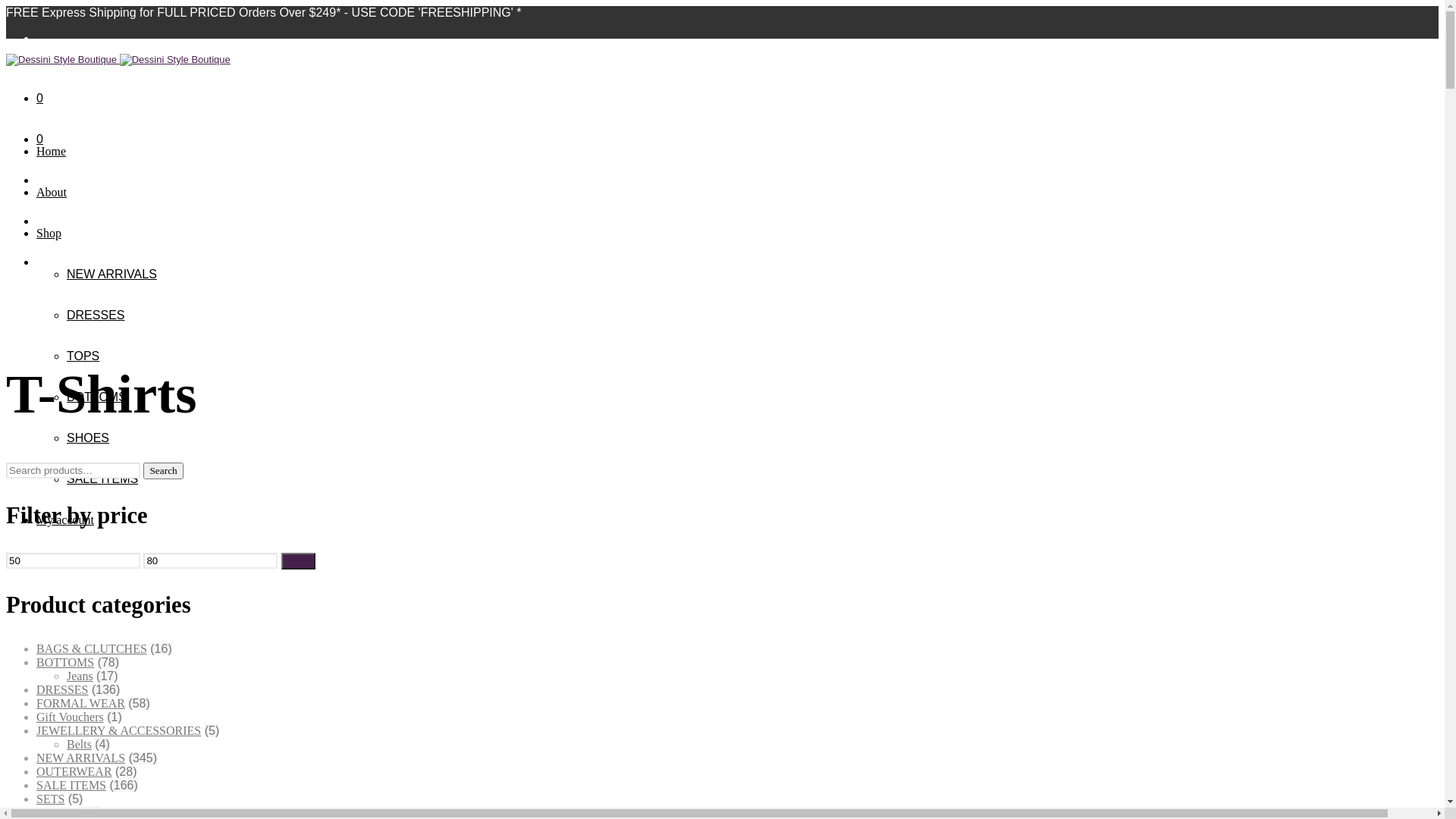 This screenshot has height=819, width=1456. What do you see at coordinates (64, 661) in the screenshot?
I see `'BOTTOMS'` at bounding box center [64, 661].